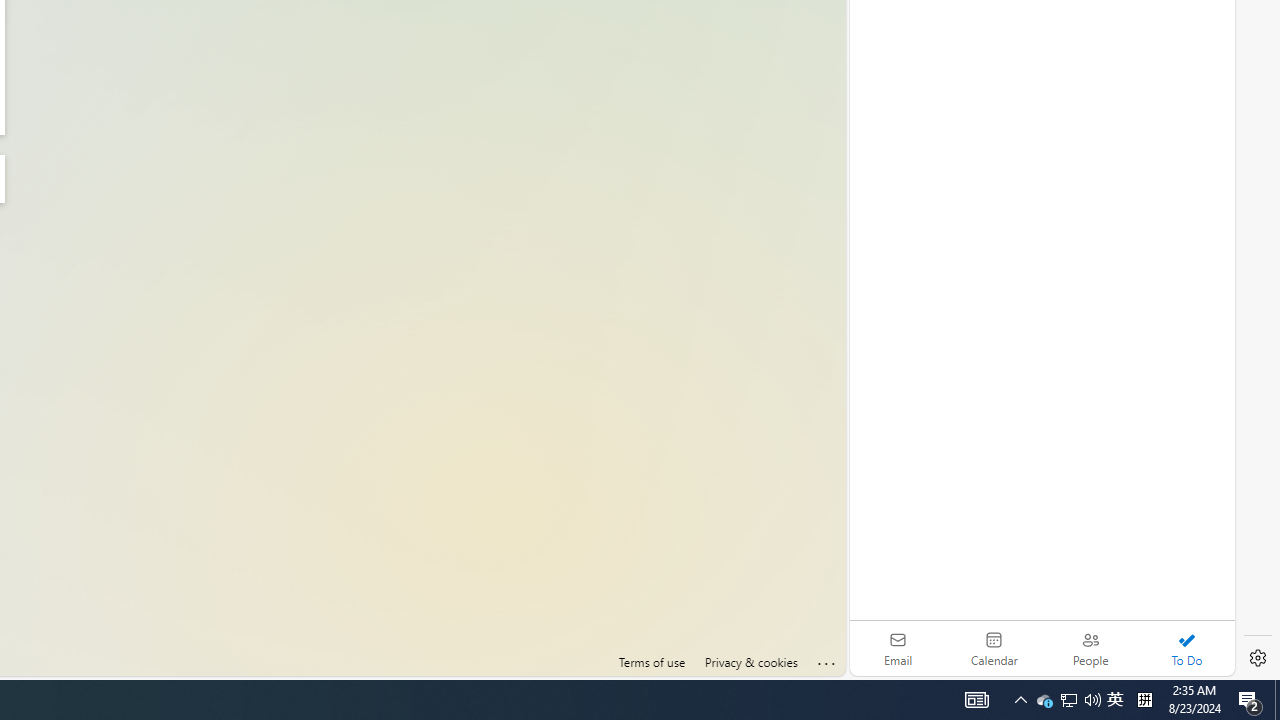  I want to click on 'Privacy & cookies', so click(749, 662).